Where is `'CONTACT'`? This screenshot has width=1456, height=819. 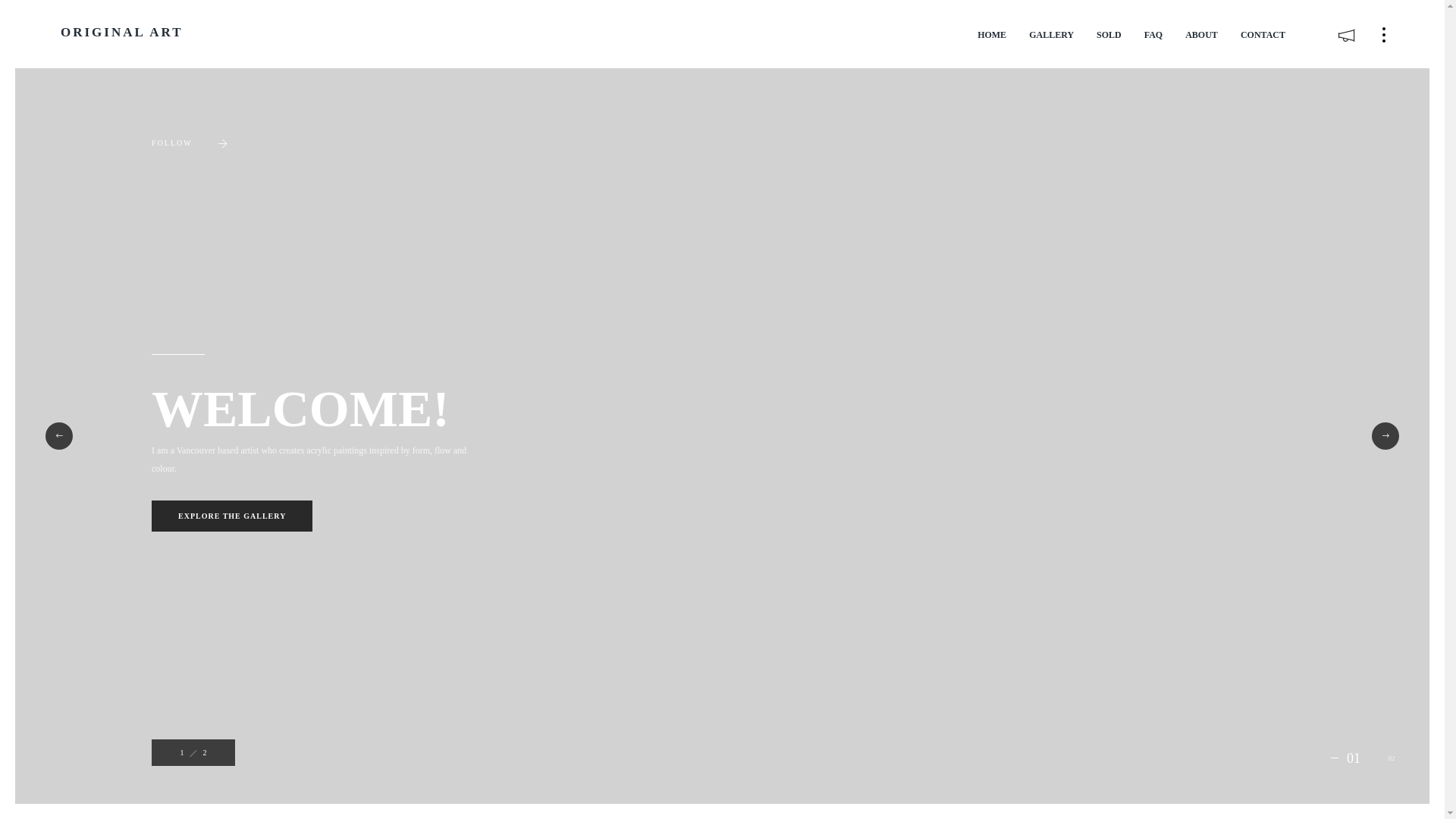
'CONTACT' is located at coordinates (1263, 34).